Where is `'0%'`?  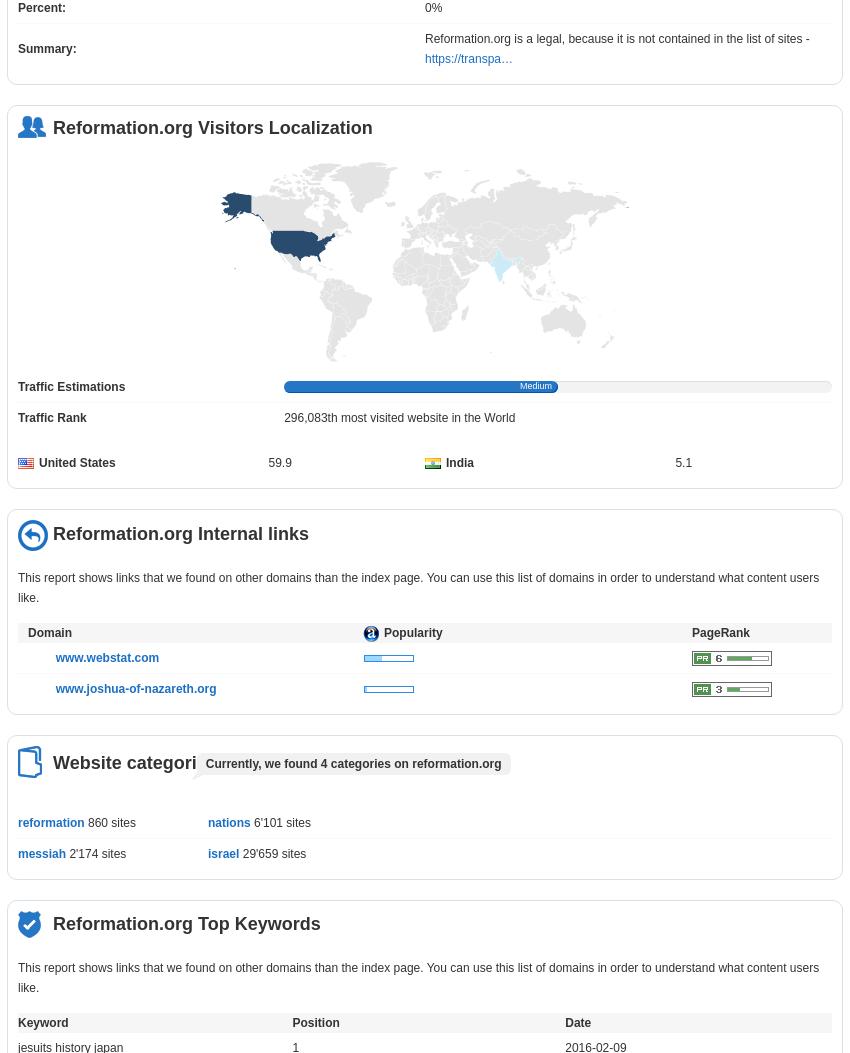
'0%' is located at coordinates (432, 8).